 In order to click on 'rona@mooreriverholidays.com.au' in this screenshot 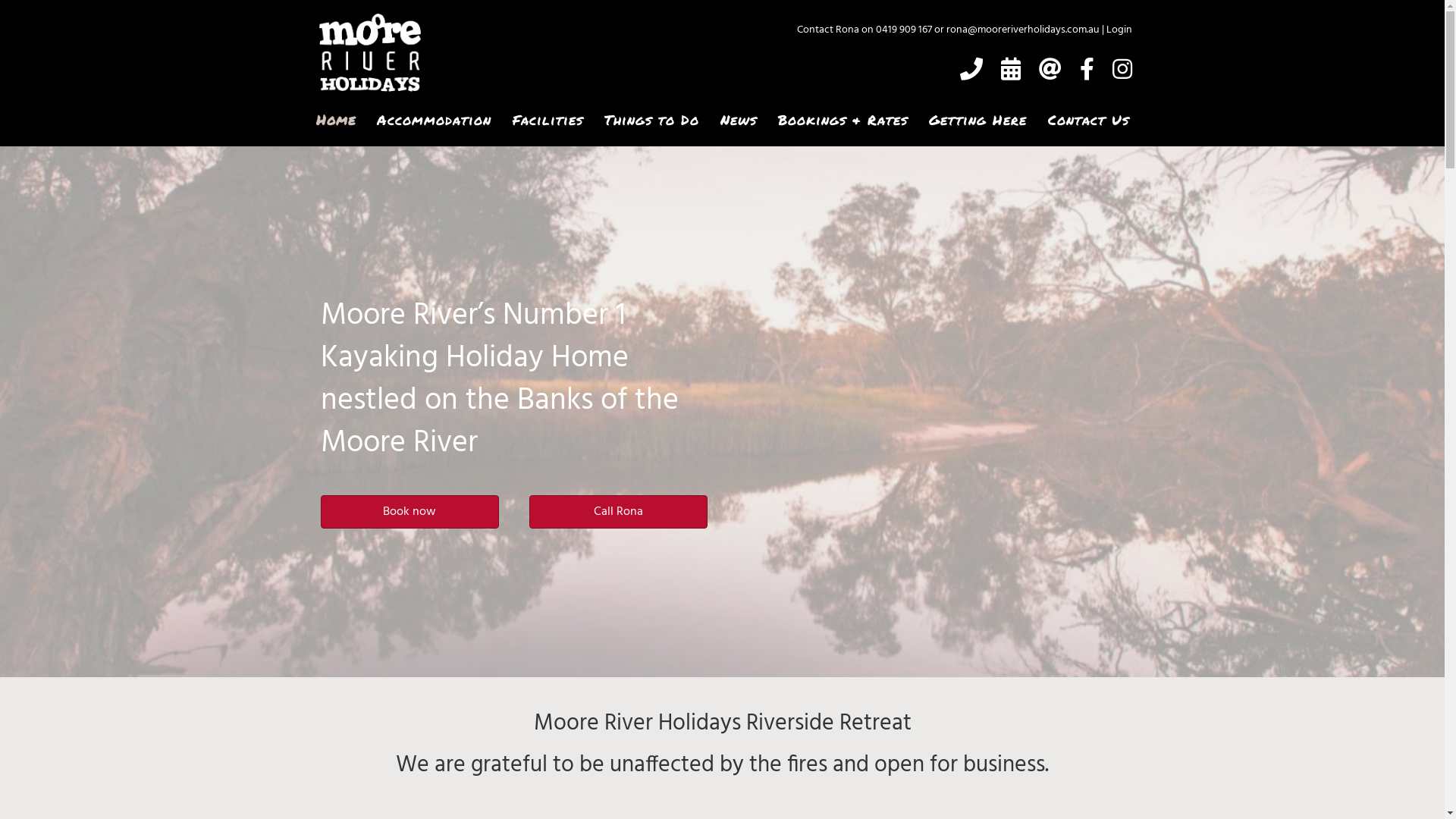, I will do `click(1022, 30)`.